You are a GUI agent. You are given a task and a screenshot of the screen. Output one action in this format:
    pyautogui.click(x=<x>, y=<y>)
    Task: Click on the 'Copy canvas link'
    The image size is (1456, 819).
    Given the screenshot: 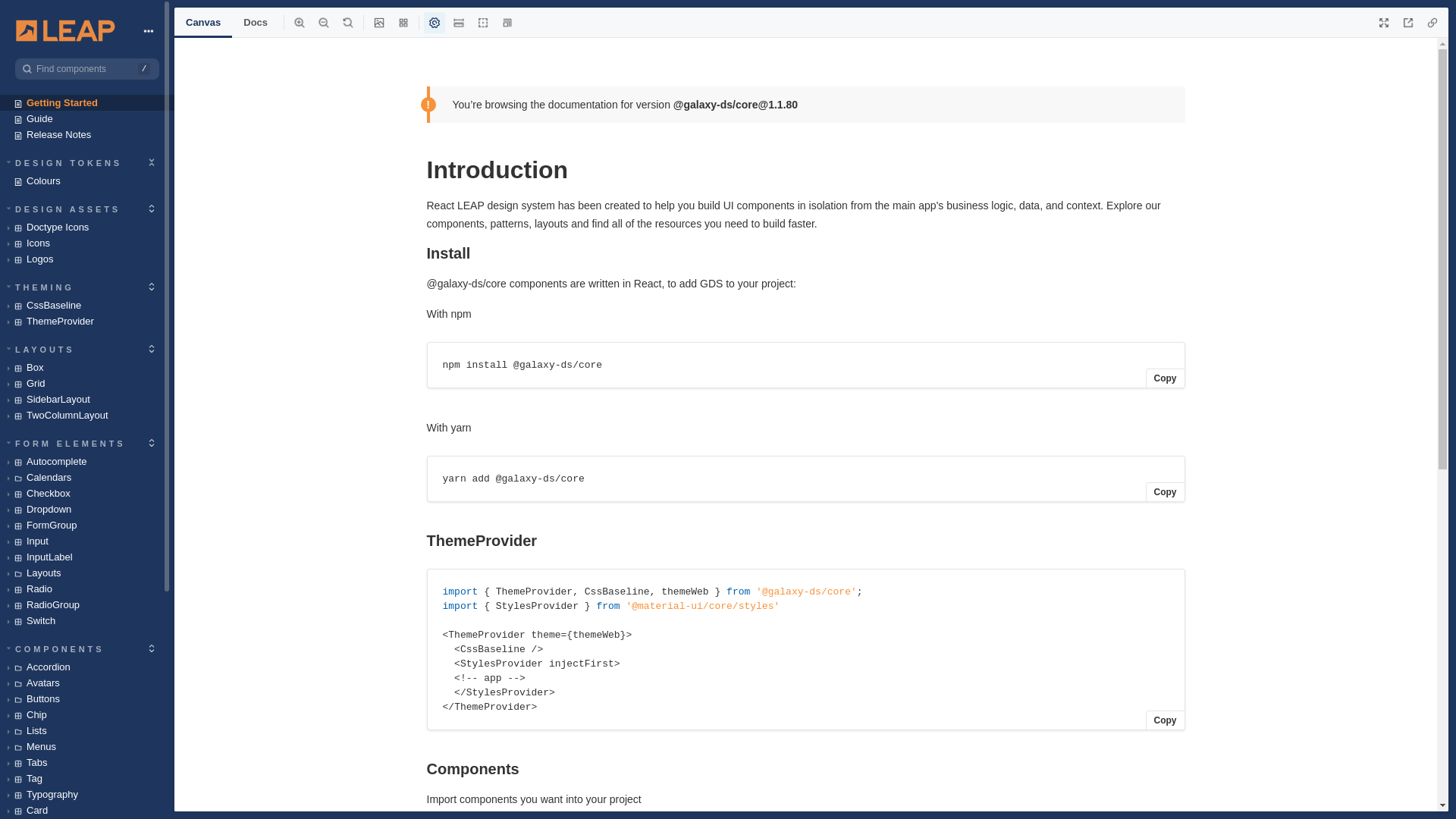 What is the action you would take?
    pyautogui.click(x=1432, y=23)
    